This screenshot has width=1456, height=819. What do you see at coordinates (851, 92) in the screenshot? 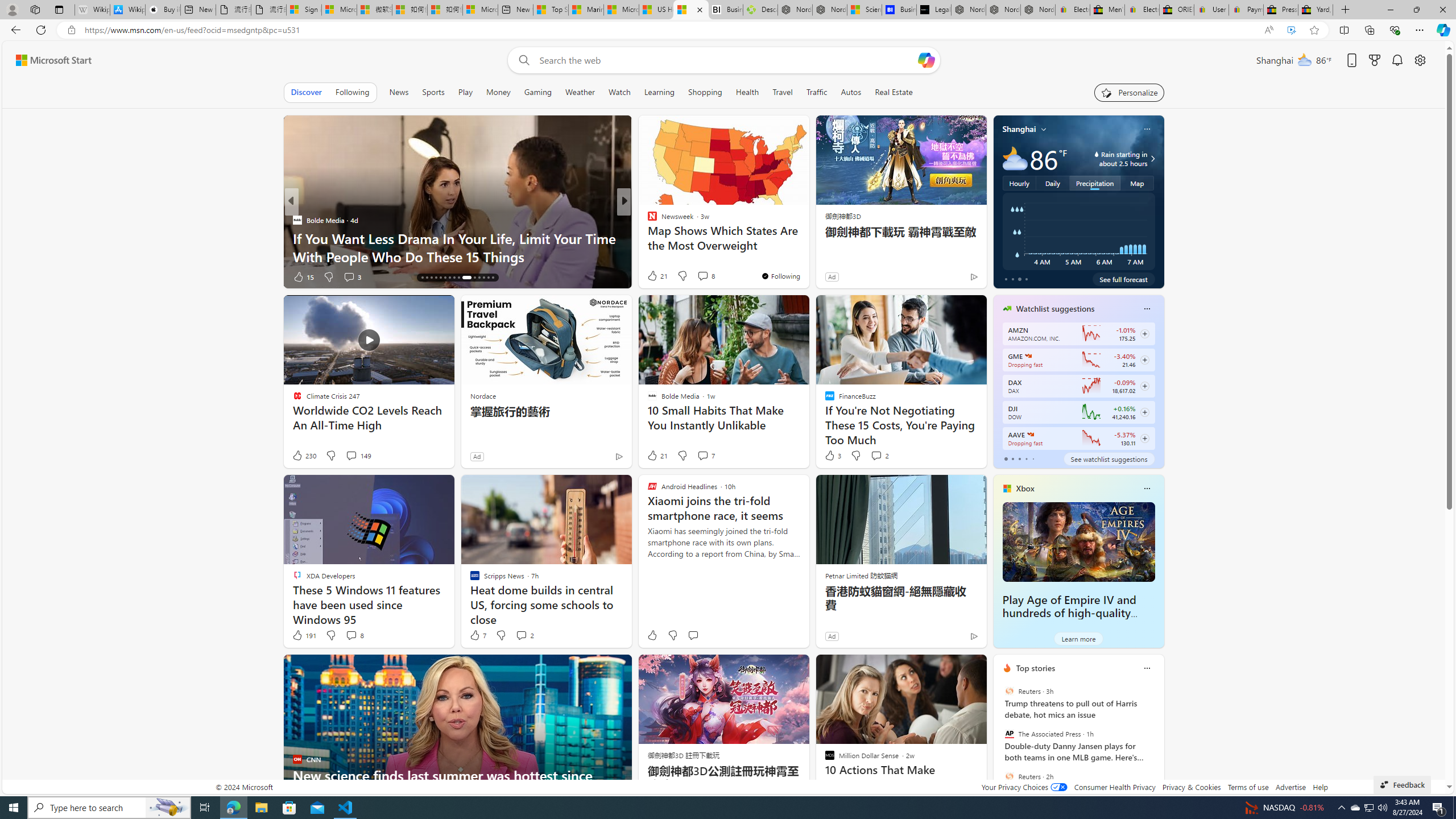
I see `'Autos'` at bounding box center [851, 92].